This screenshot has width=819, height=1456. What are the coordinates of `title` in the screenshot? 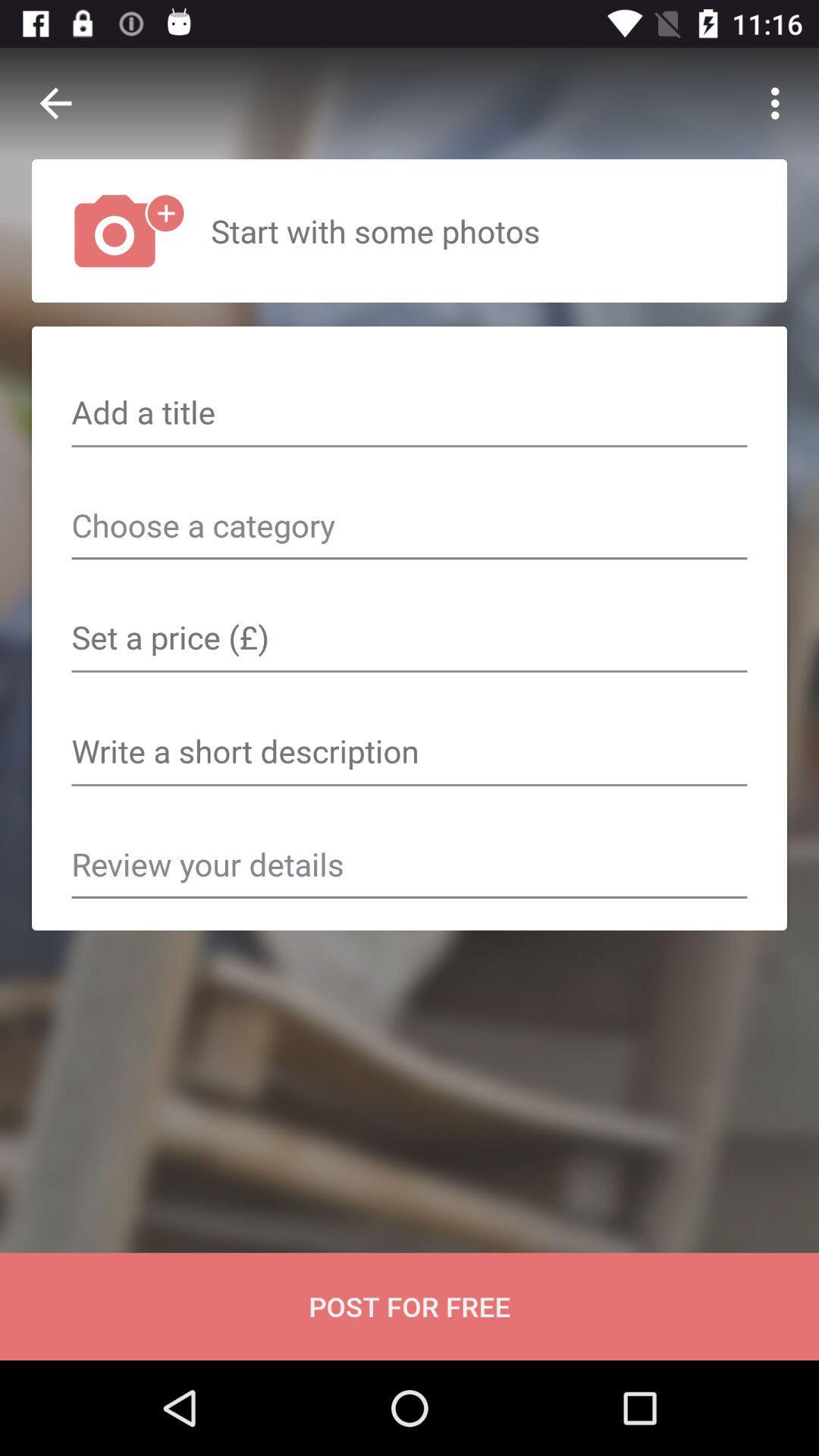 It's located at (409, 414).